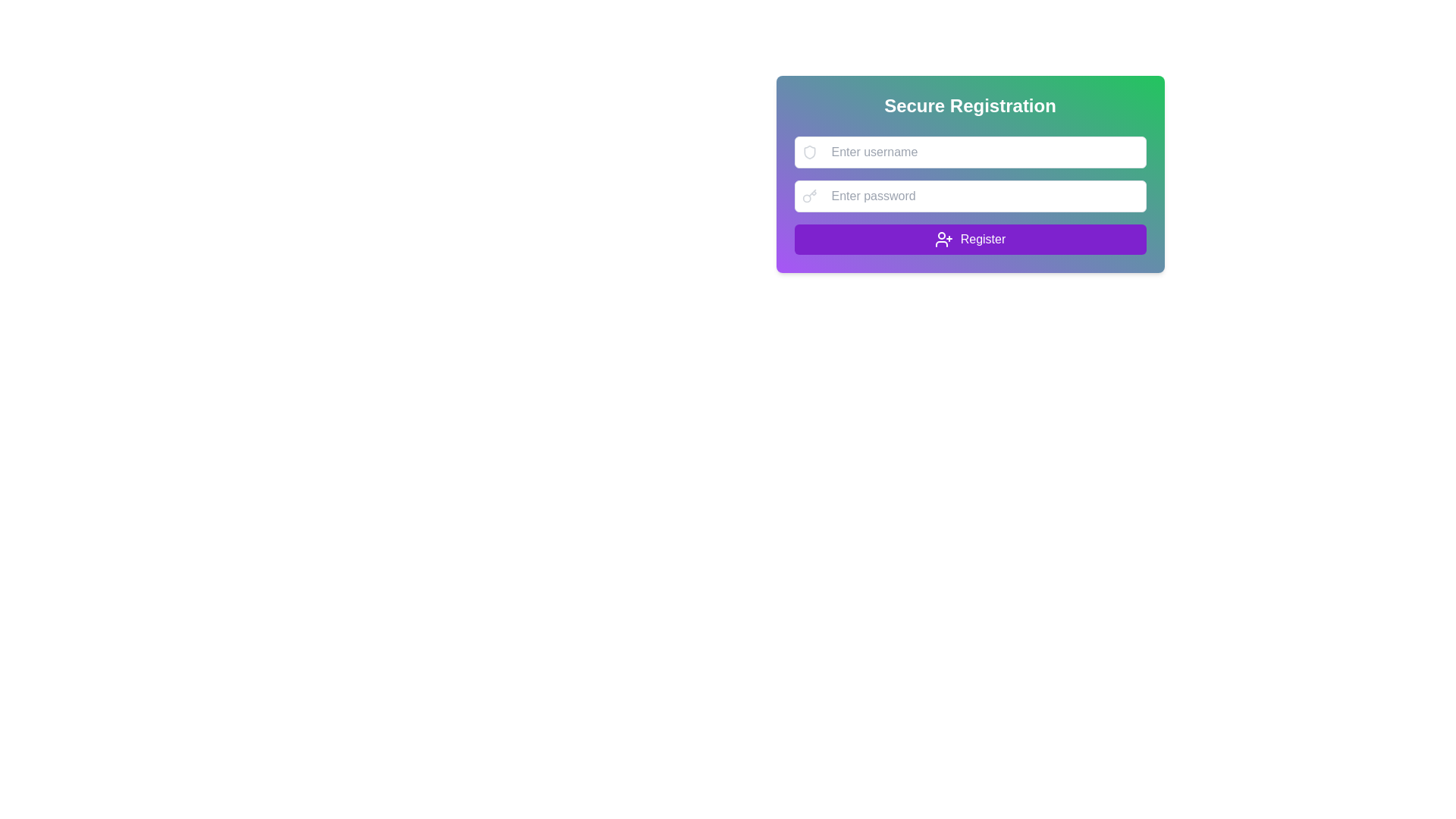 Image resolution: width=1456 pixels, height=819 pixels. Describe the element at coordinates (943, 239) in the screenshot. I see `the user icon with a plus sign positioned to the left inside the 'Register' button` at that location.